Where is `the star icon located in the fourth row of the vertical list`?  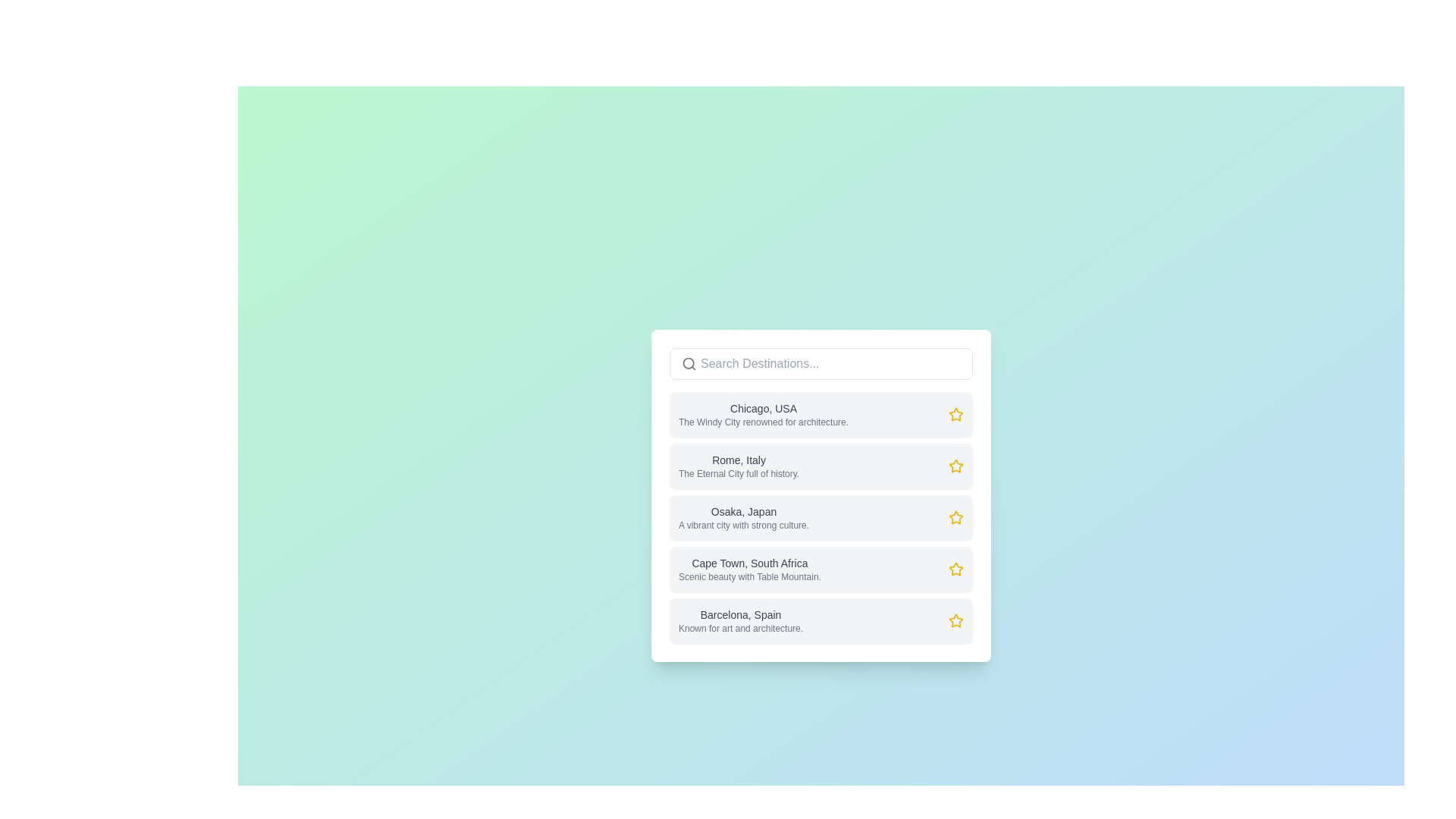 the star icon located in the fourth row of the vertical list is located at coordinates (954, 568).